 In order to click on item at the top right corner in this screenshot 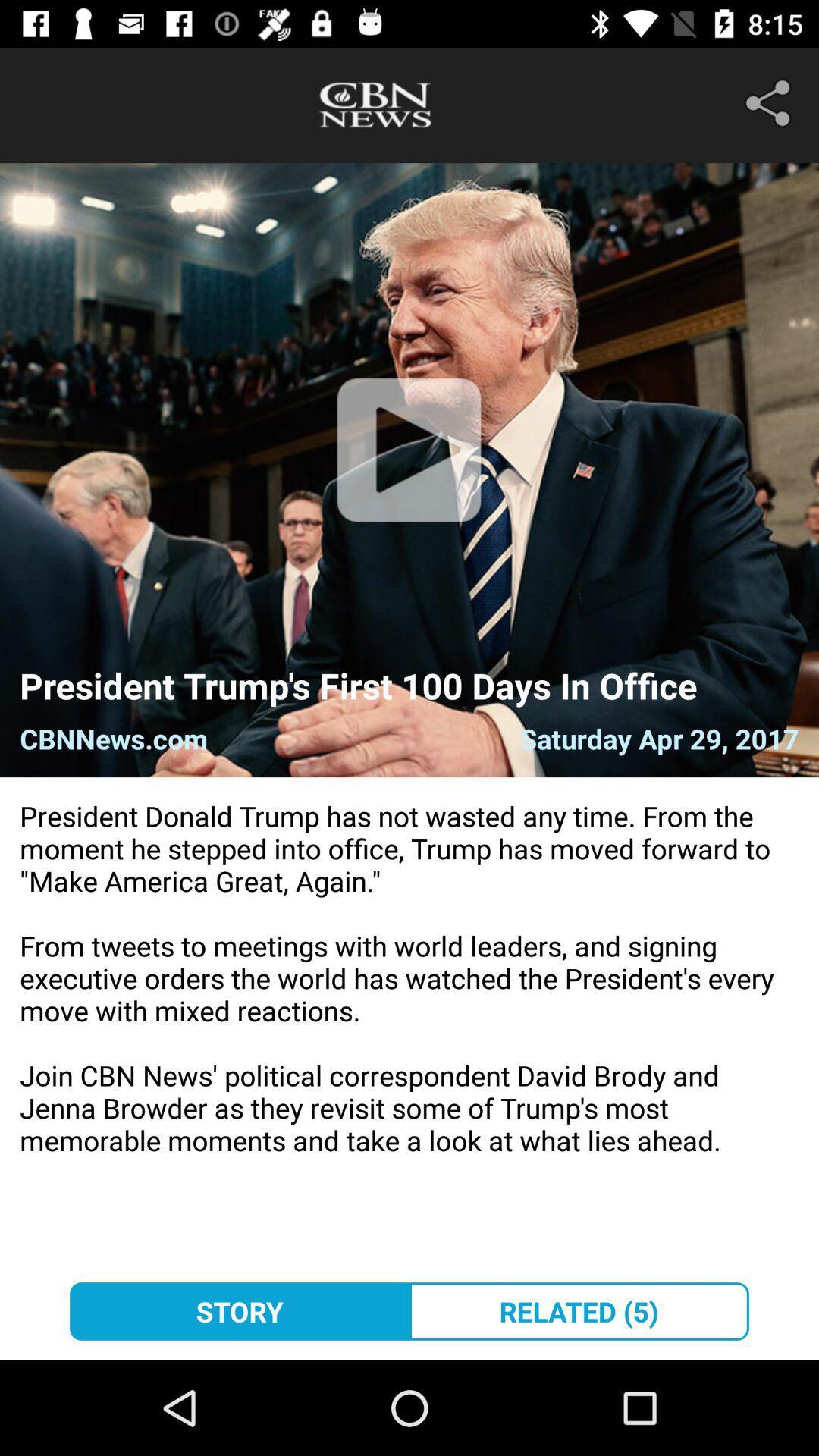, I will do `click(771, 102)`.